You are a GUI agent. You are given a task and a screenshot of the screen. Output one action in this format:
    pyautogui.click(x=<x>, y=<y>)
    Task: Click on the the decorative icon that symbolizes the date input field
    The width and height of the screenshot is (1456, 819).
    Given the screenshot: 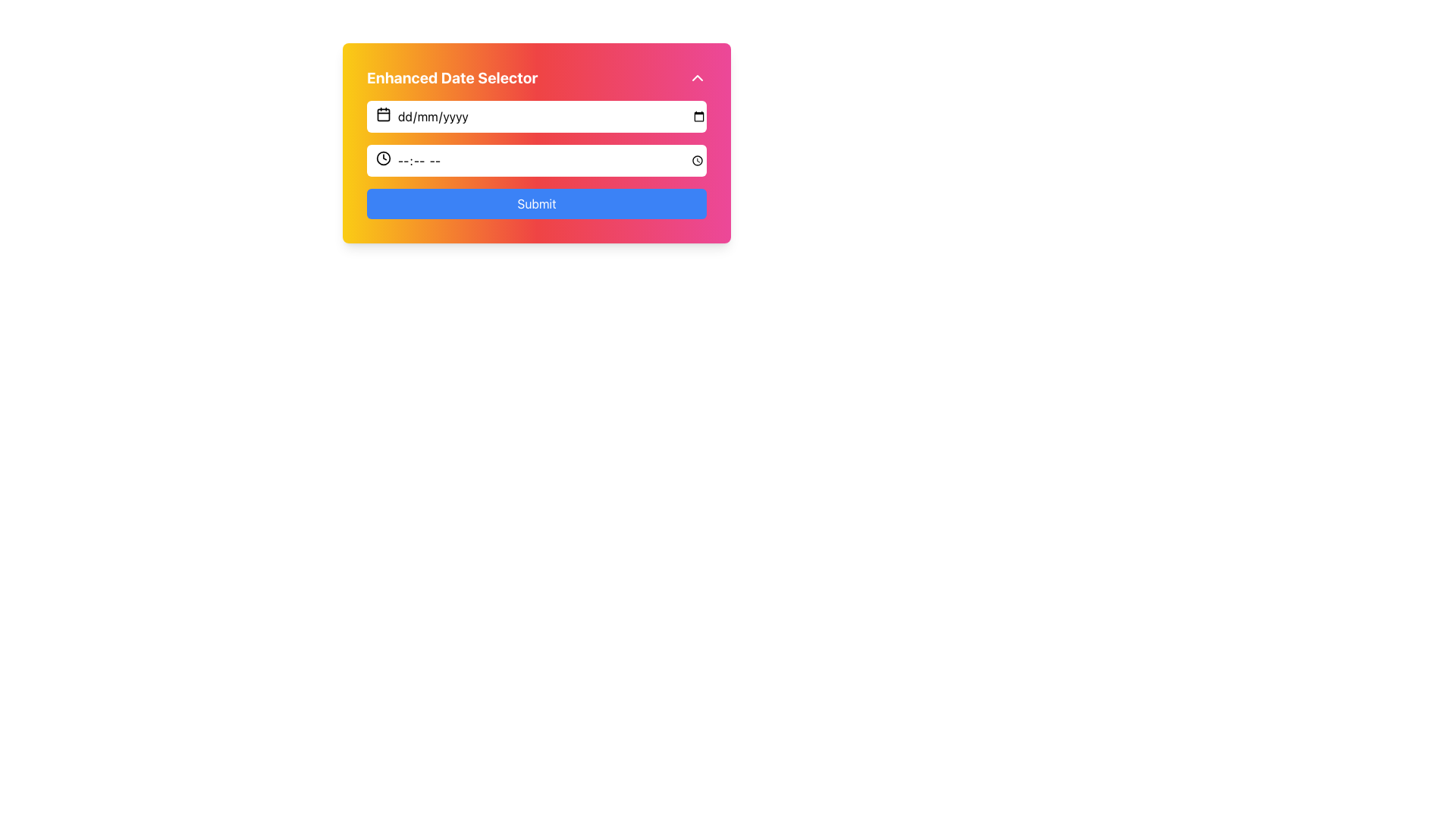 What is the action you would take?
    pyautogui.click(x=383, y=113)
    